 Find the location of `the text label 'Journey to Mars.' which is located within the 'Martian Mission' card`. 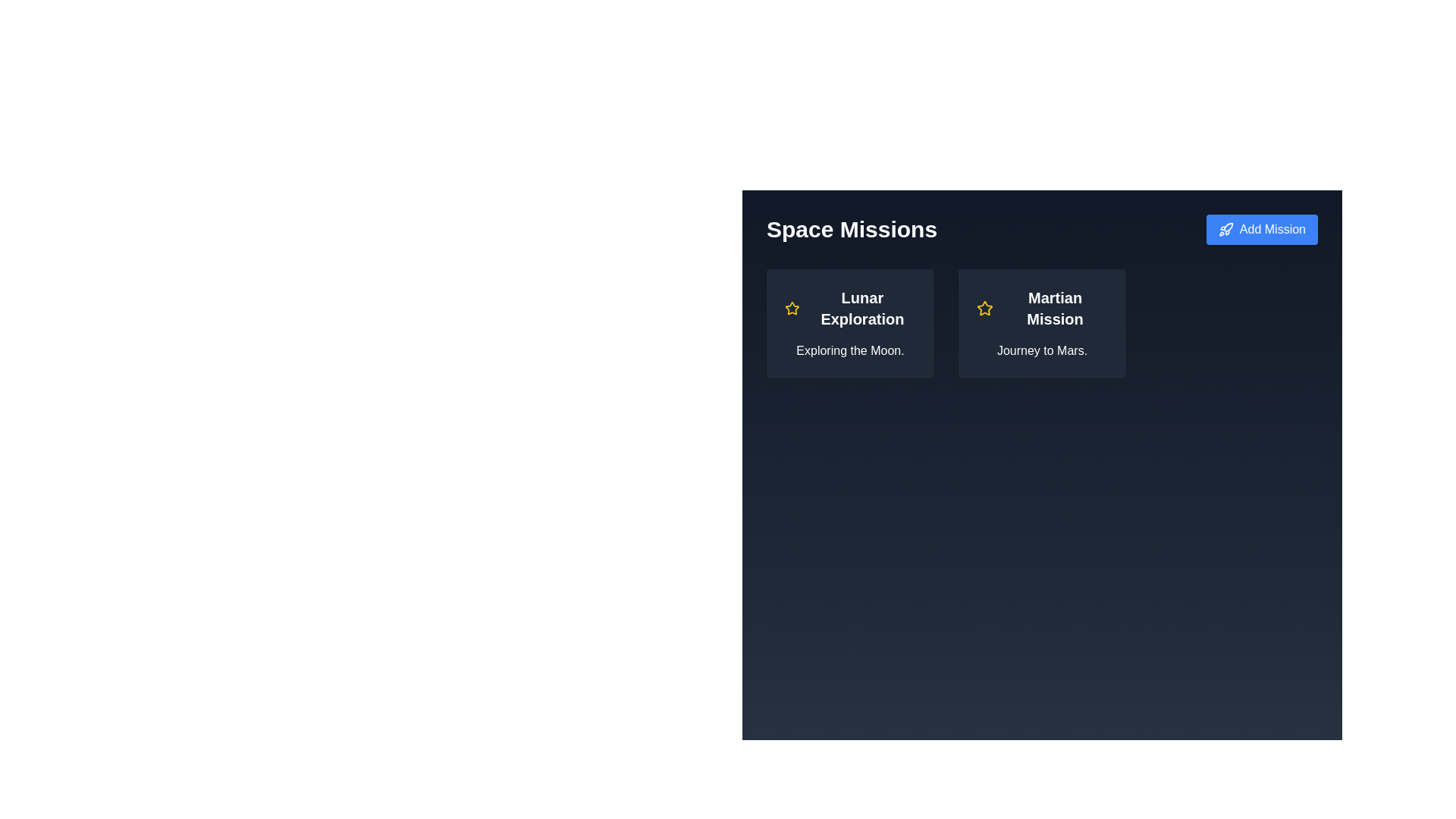

the text label 'Journey to Mars.' which is located within the 'Martian Mission' card is located at coordinates (1041, 350).